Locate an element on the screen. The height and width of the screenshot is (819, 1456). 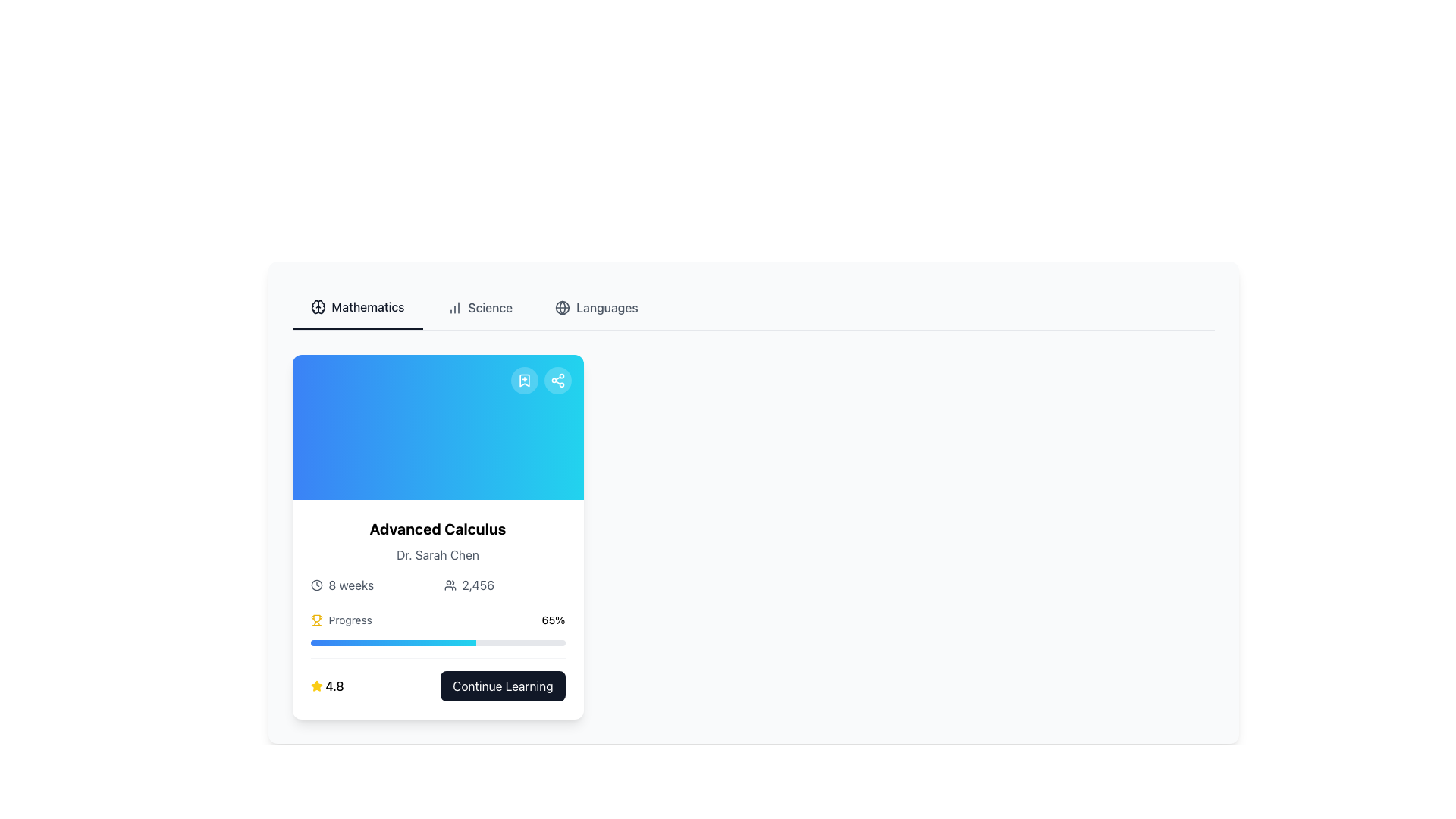
the white bookmark icon with a plus symbol located in the top-right corner of the card interface to bookmark is located at coordinates (524, 379).